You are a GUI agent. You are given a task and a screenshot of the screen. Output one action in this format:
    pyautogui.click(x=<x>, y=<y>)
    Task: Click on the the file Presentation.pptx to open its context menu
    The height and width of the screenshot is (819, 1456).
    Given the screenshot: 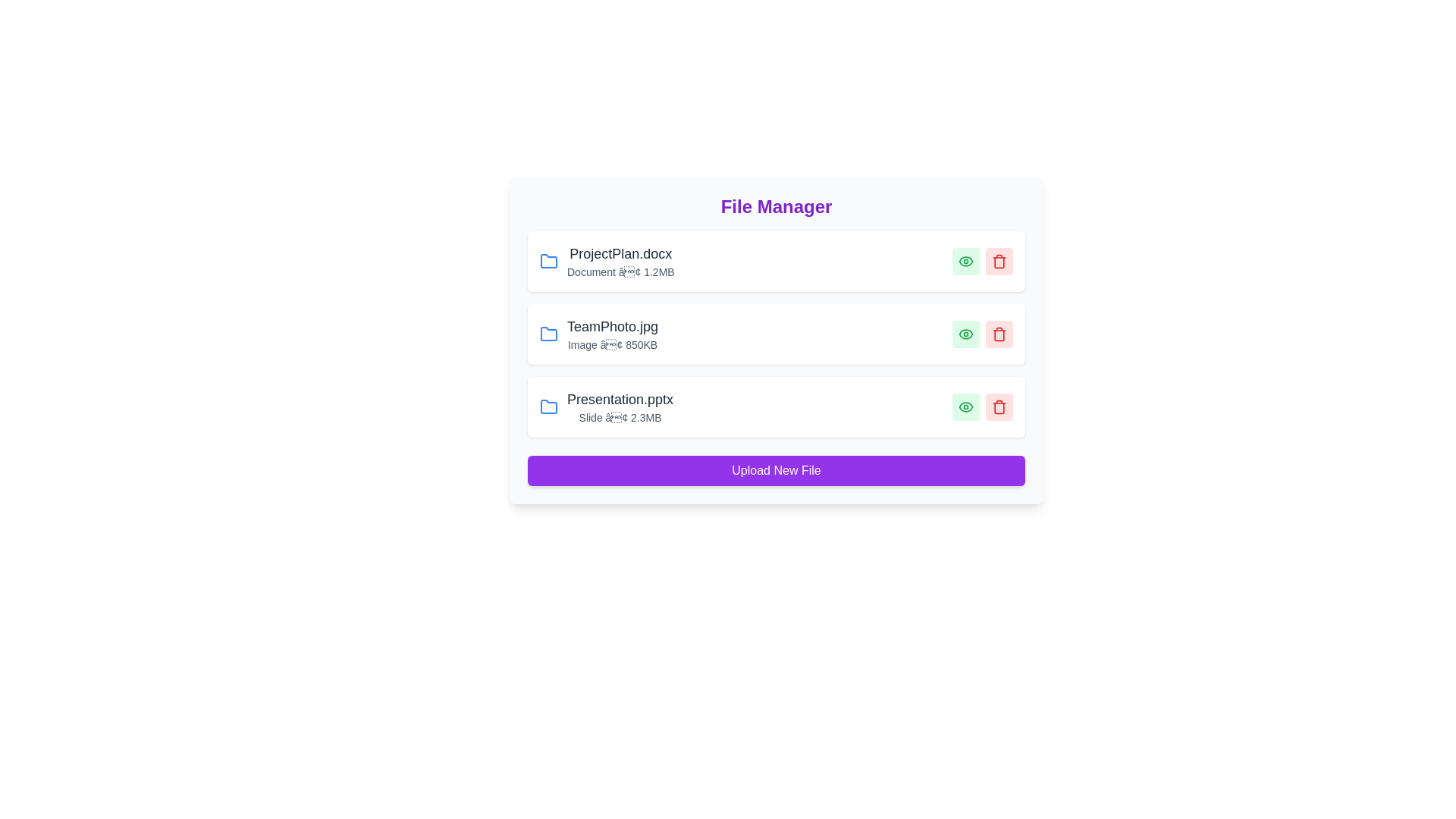 What is the action you would take?
    pyautogui.click(x=607, y=406)
    